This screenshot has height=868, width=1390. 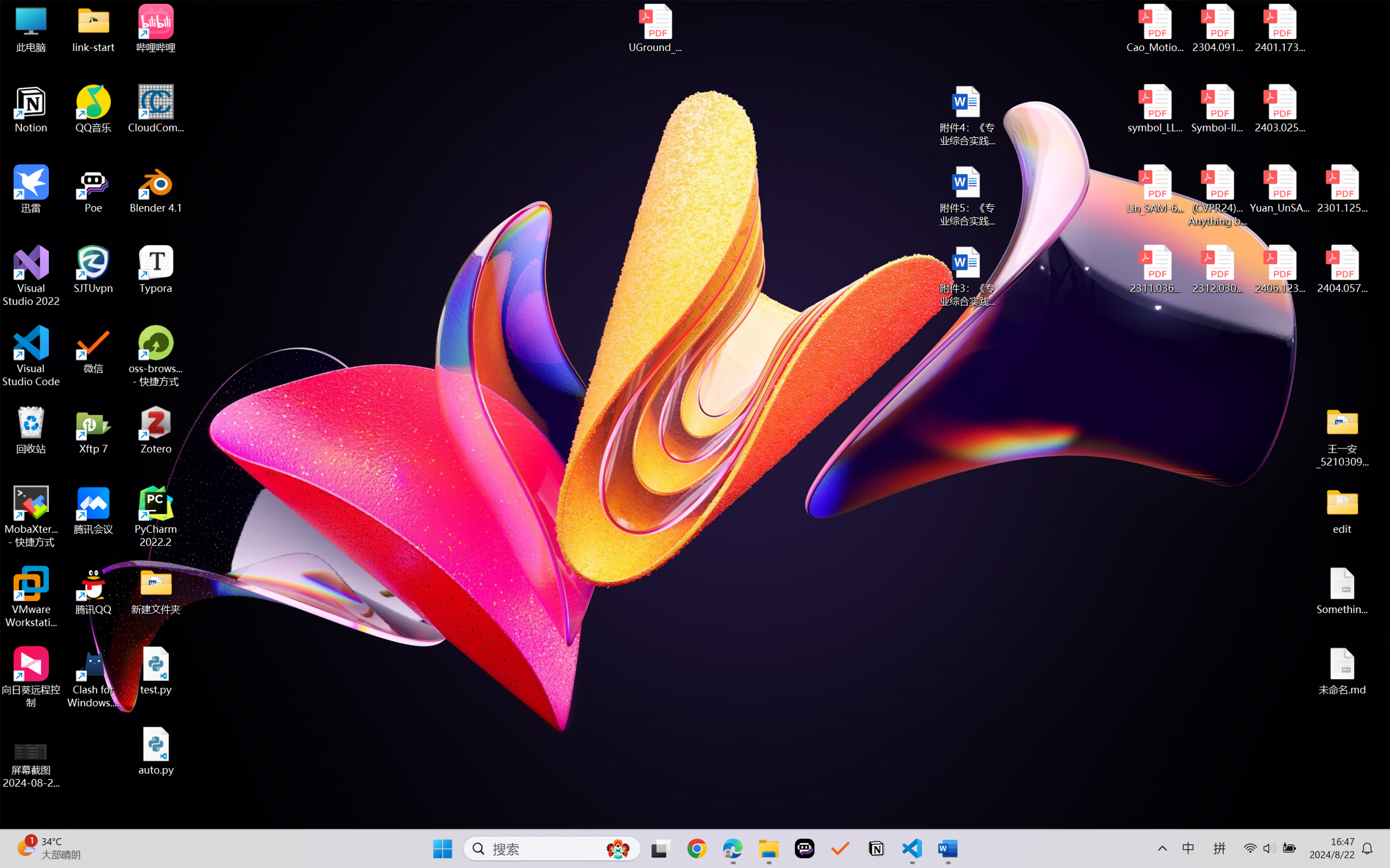 What do you see at coordinates (157, 19) in the screenshot?
I see `'Undo Apply Quick Style'` at bounding box center [157, 19].